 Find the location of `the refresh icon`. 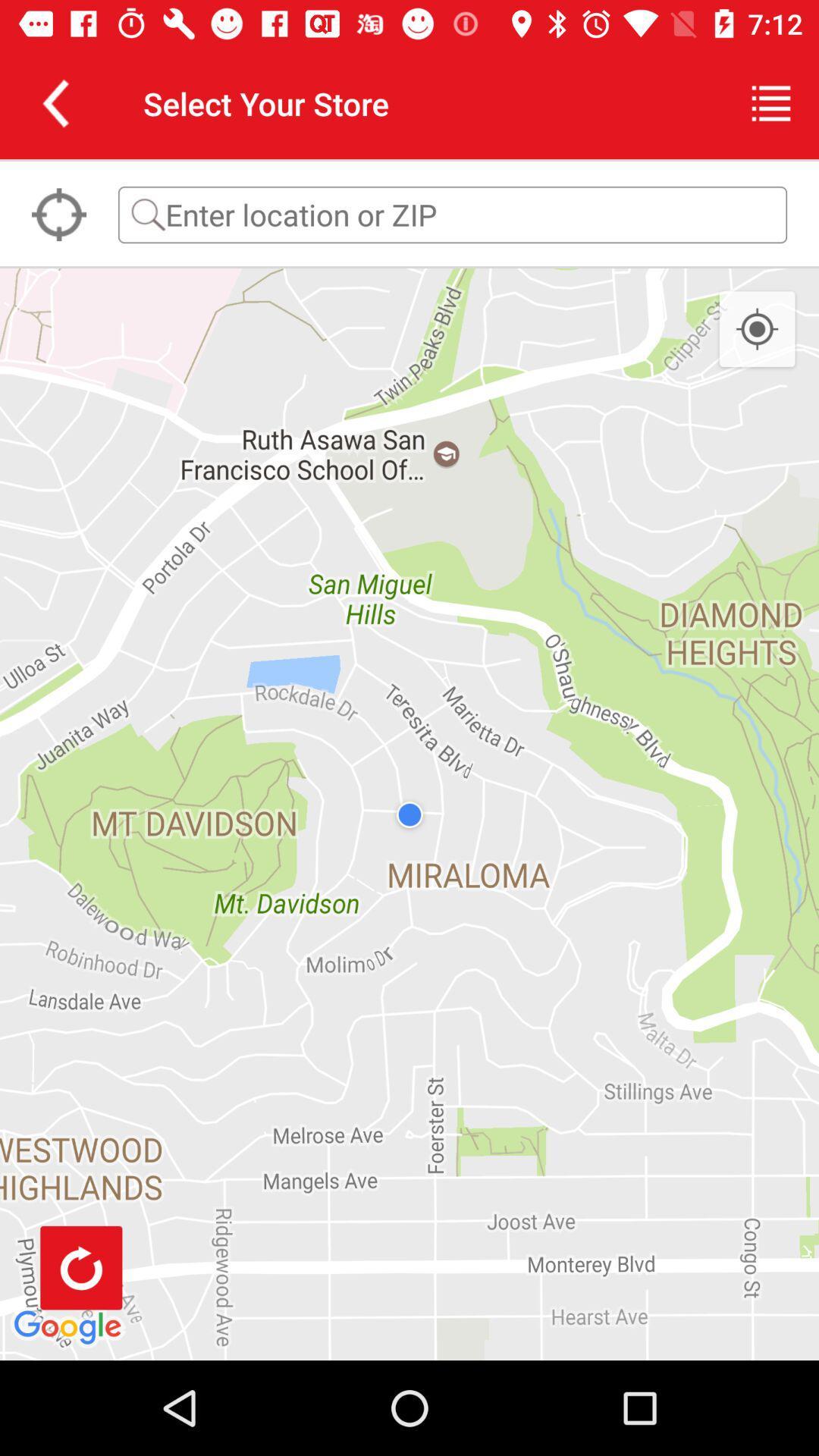

the refresh icon is located at coordinates (81, 1267).